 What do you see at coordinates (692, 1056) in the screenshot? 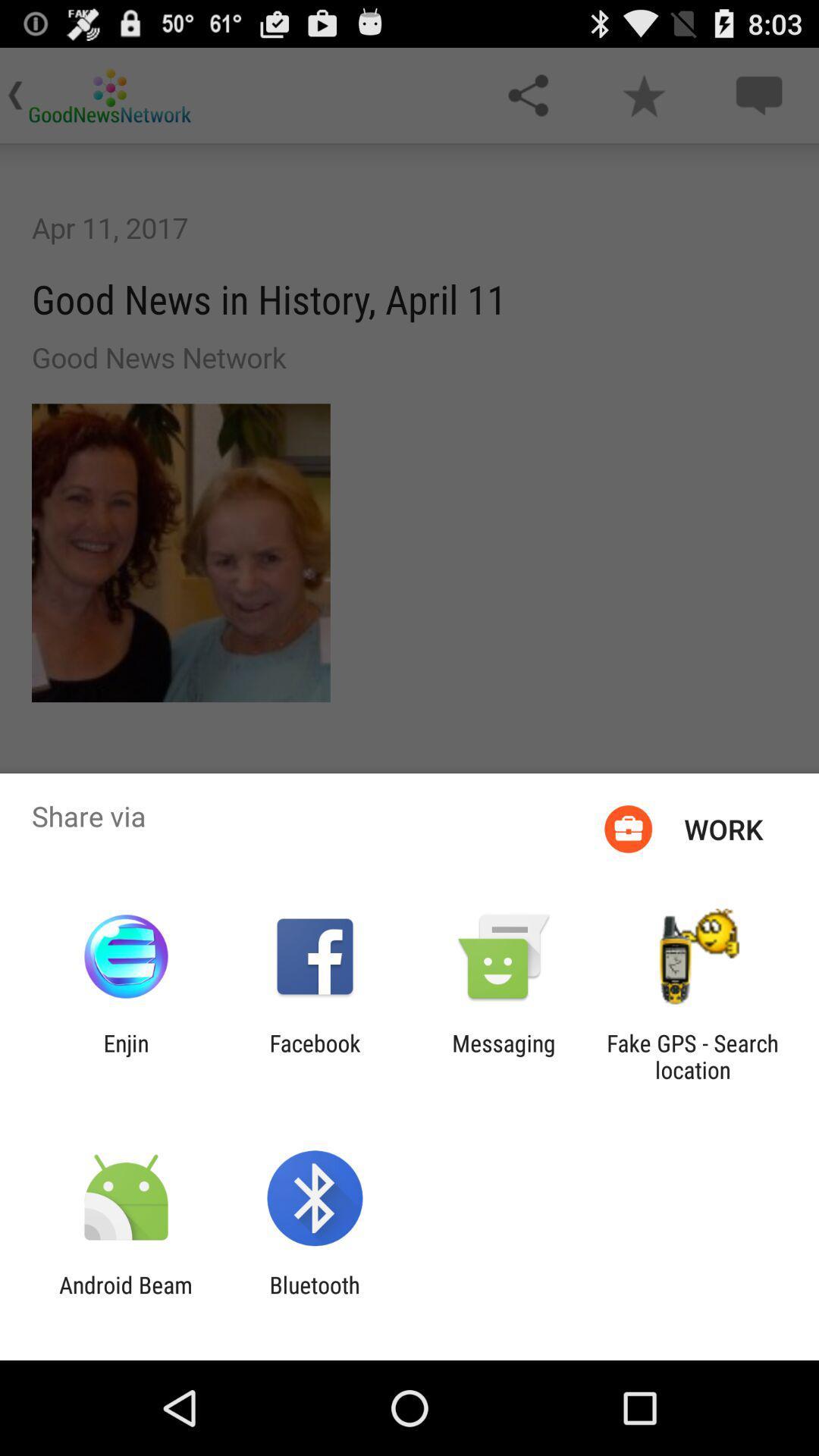
I see `the item next to the messaging item` at bounding box center [692, 1056].